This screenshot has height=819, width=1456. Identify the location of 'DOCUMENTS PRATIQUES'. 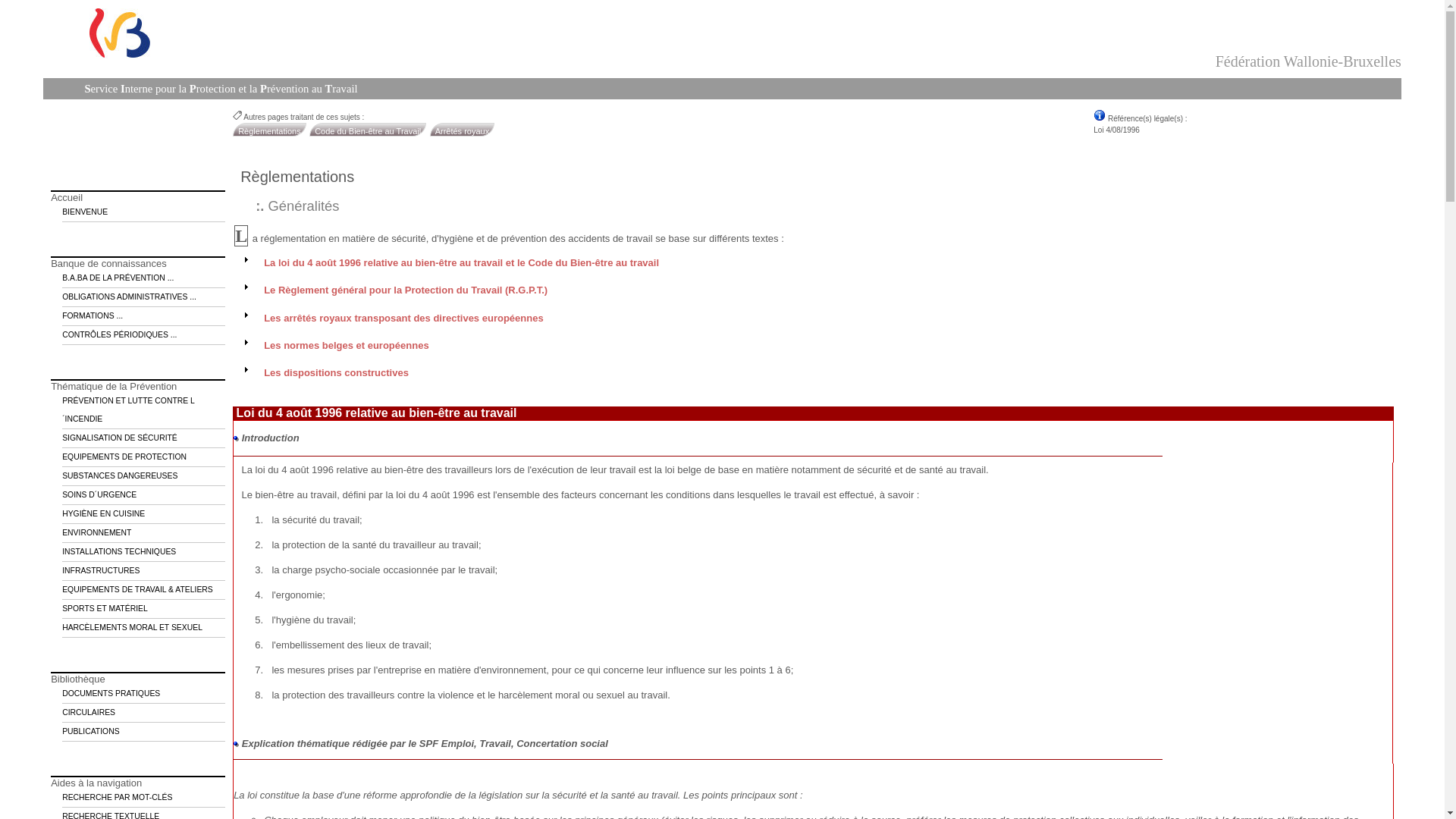
(138, 694).